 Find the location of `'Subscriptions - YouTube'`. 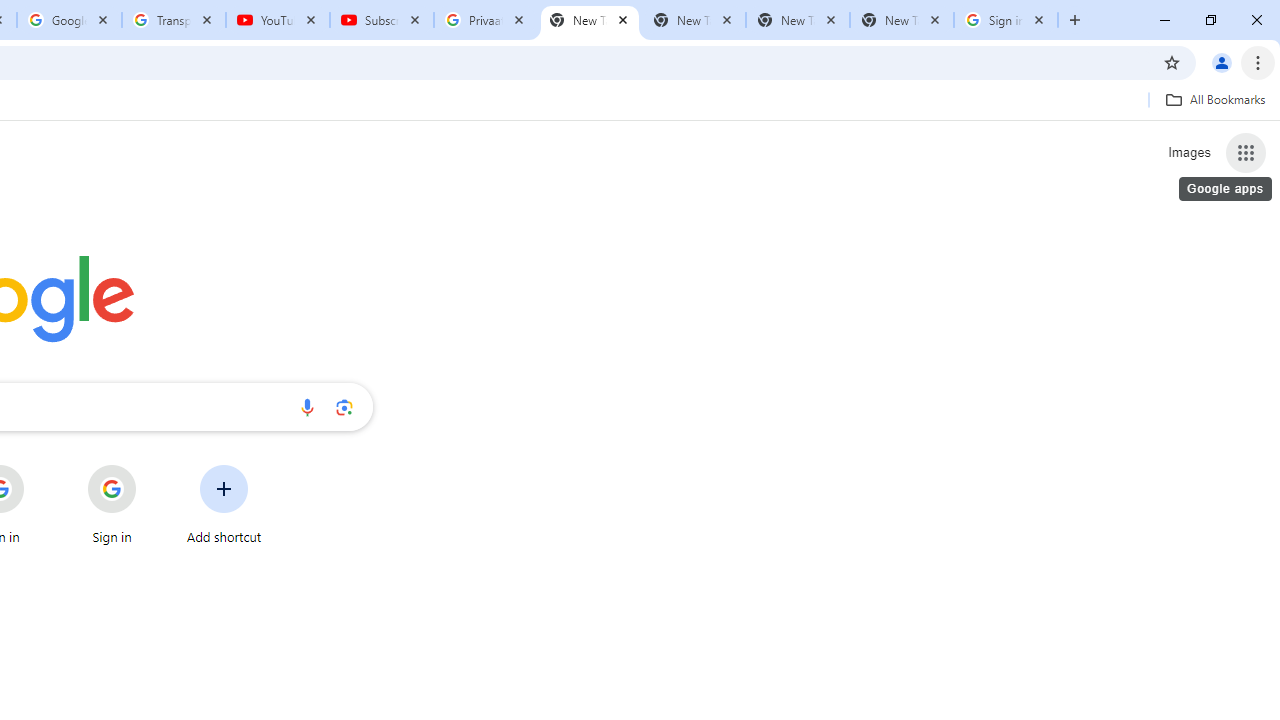

'Subscriptions - YouTube' is located at coordinates (382, 20).